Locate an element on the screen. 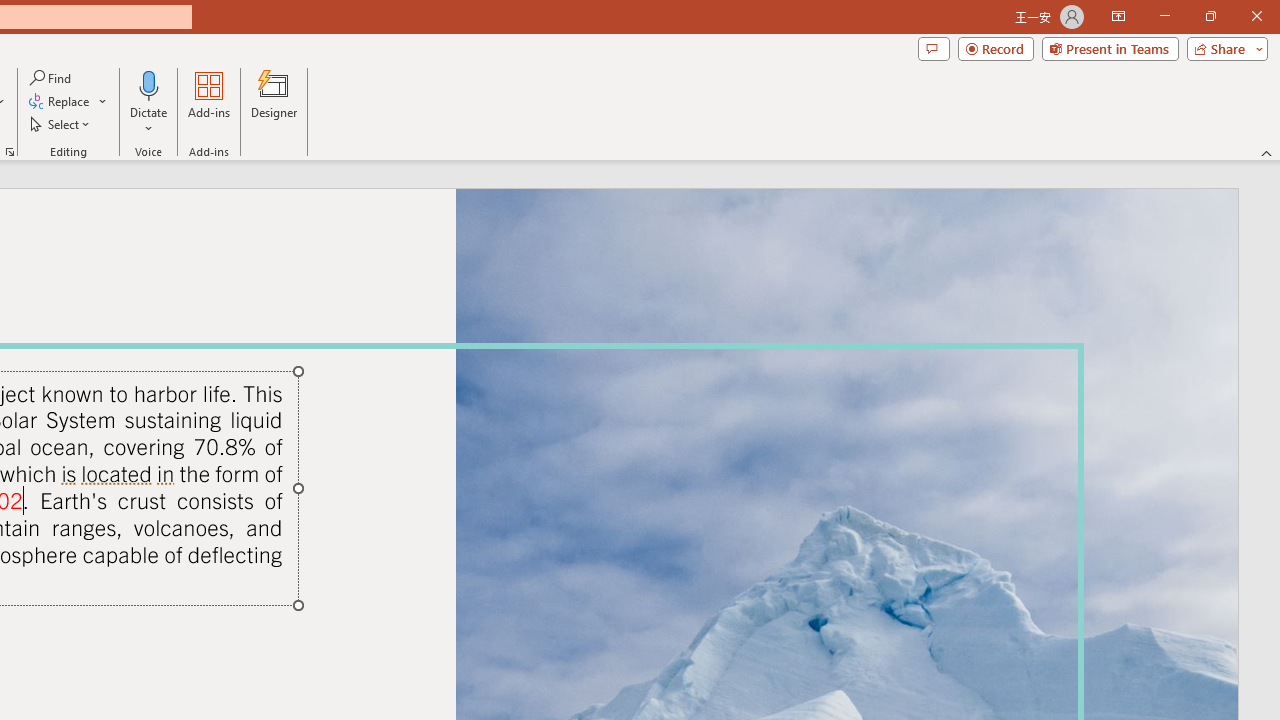 This screenshot has height=720, width=1280. 'Find...' is located at coordinates (51, 77).